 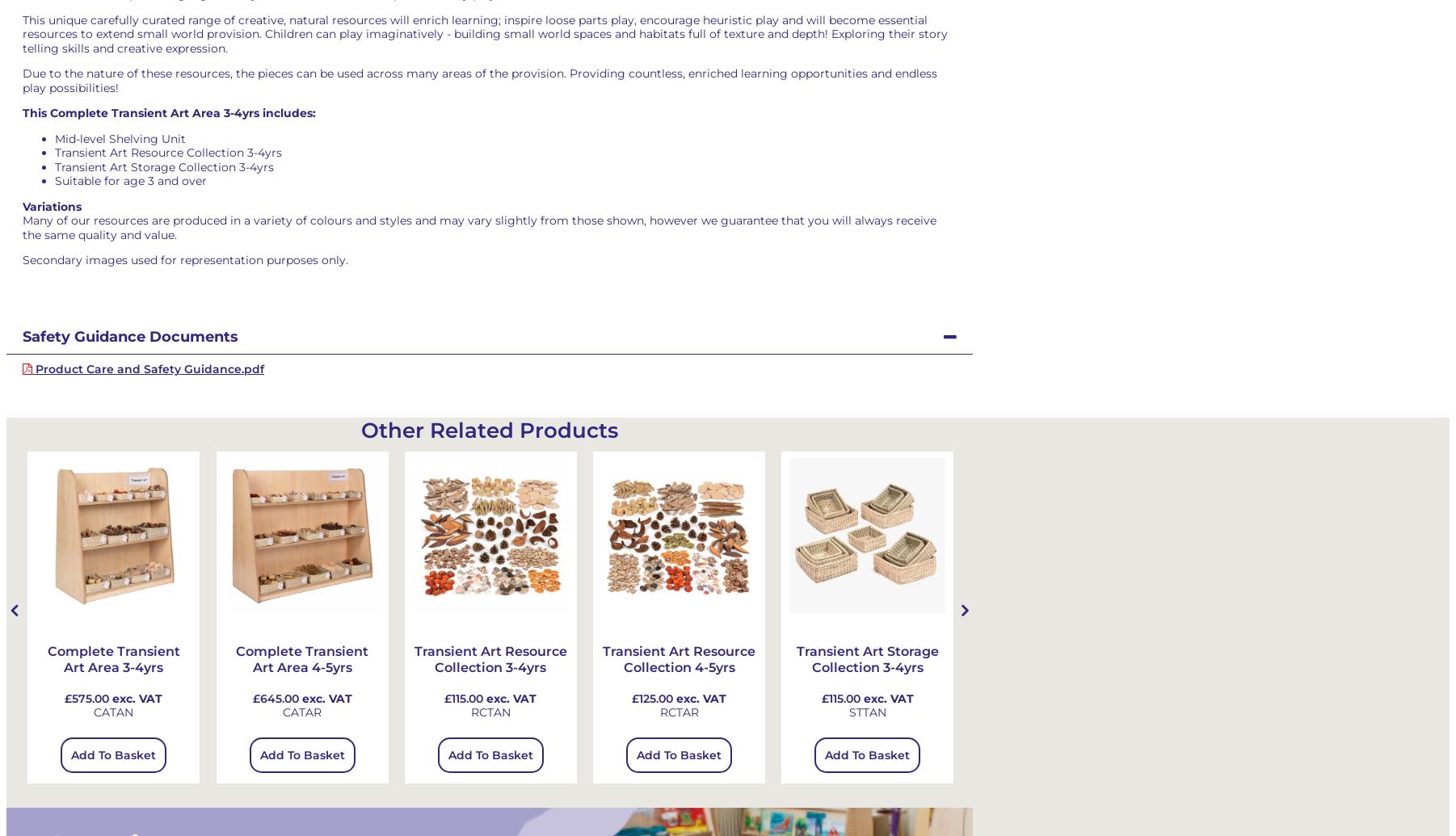 I want to click on 'Suitable for age 3 and over', so click(x=130, y=180).